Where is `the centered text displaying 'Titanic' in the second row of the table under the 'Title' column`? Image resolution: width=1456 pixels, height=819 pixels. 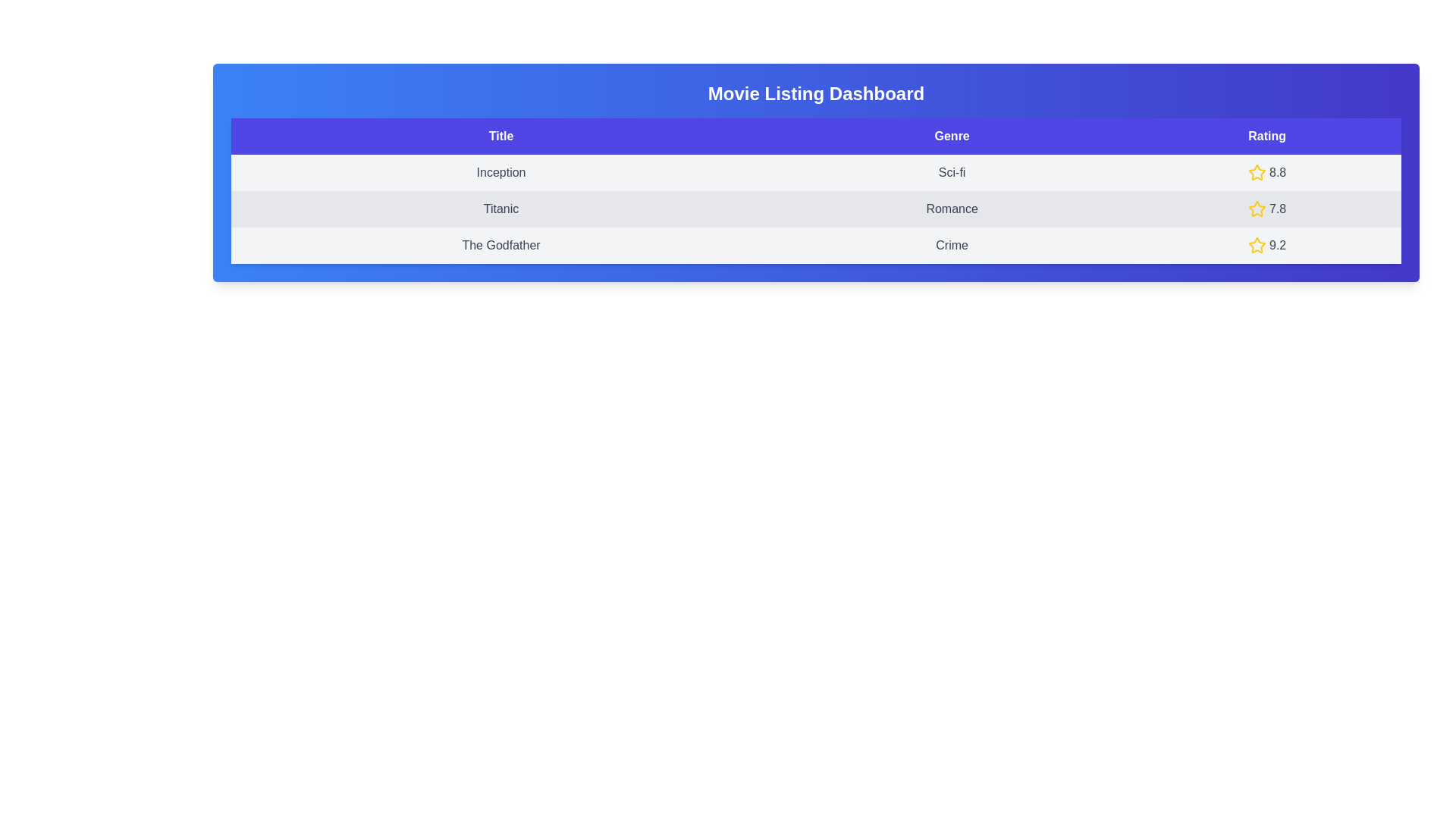 the centered text displaying 'Titanic' in the second row of the table under the 'Title' column is located at coordinates (501, 209).